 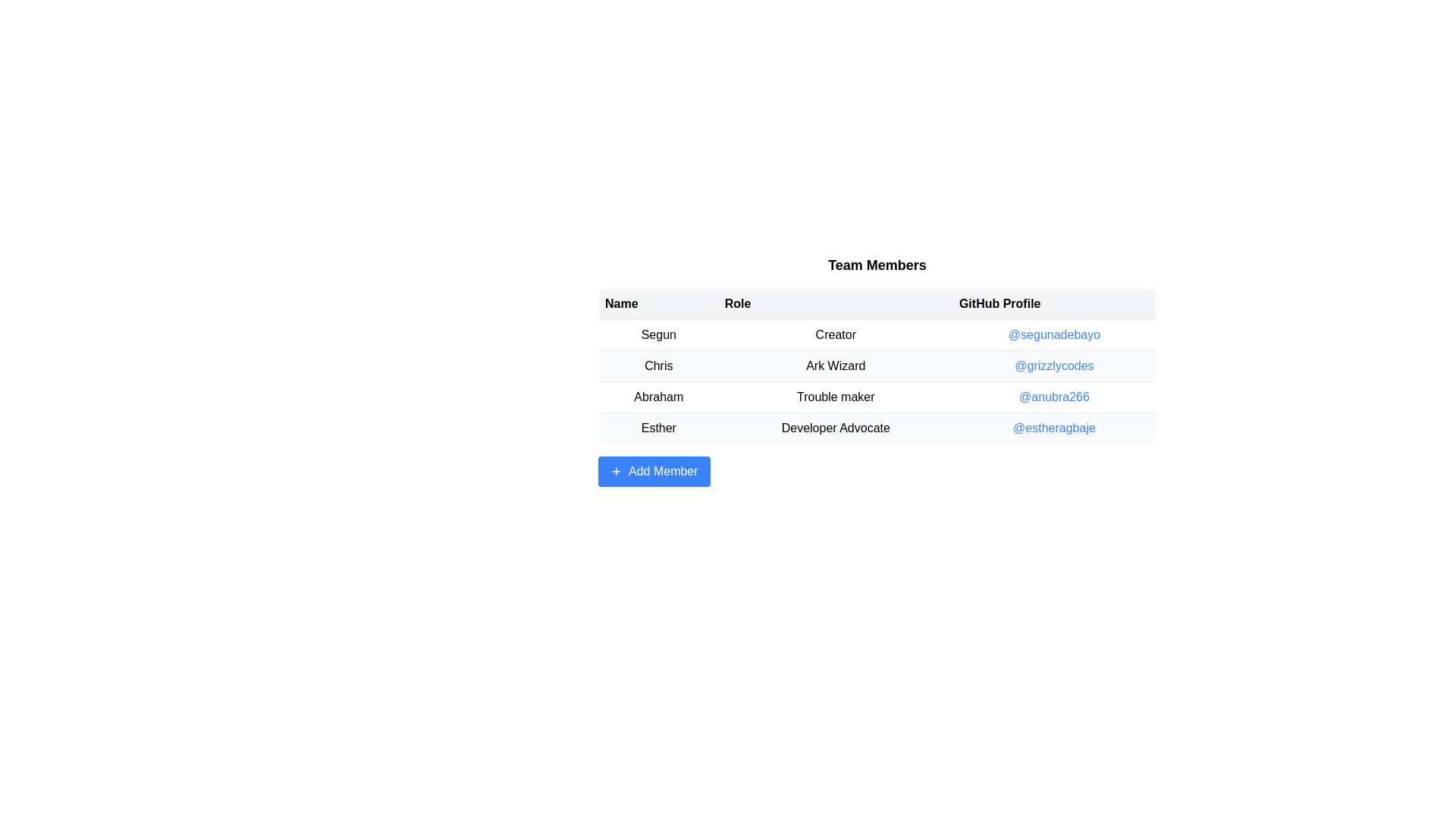 What do you see at coordinates (1053, 428) in the screenshot?
I see `the hyperlink text '@estheragbaje' located` at bounding box center [1053, 428].